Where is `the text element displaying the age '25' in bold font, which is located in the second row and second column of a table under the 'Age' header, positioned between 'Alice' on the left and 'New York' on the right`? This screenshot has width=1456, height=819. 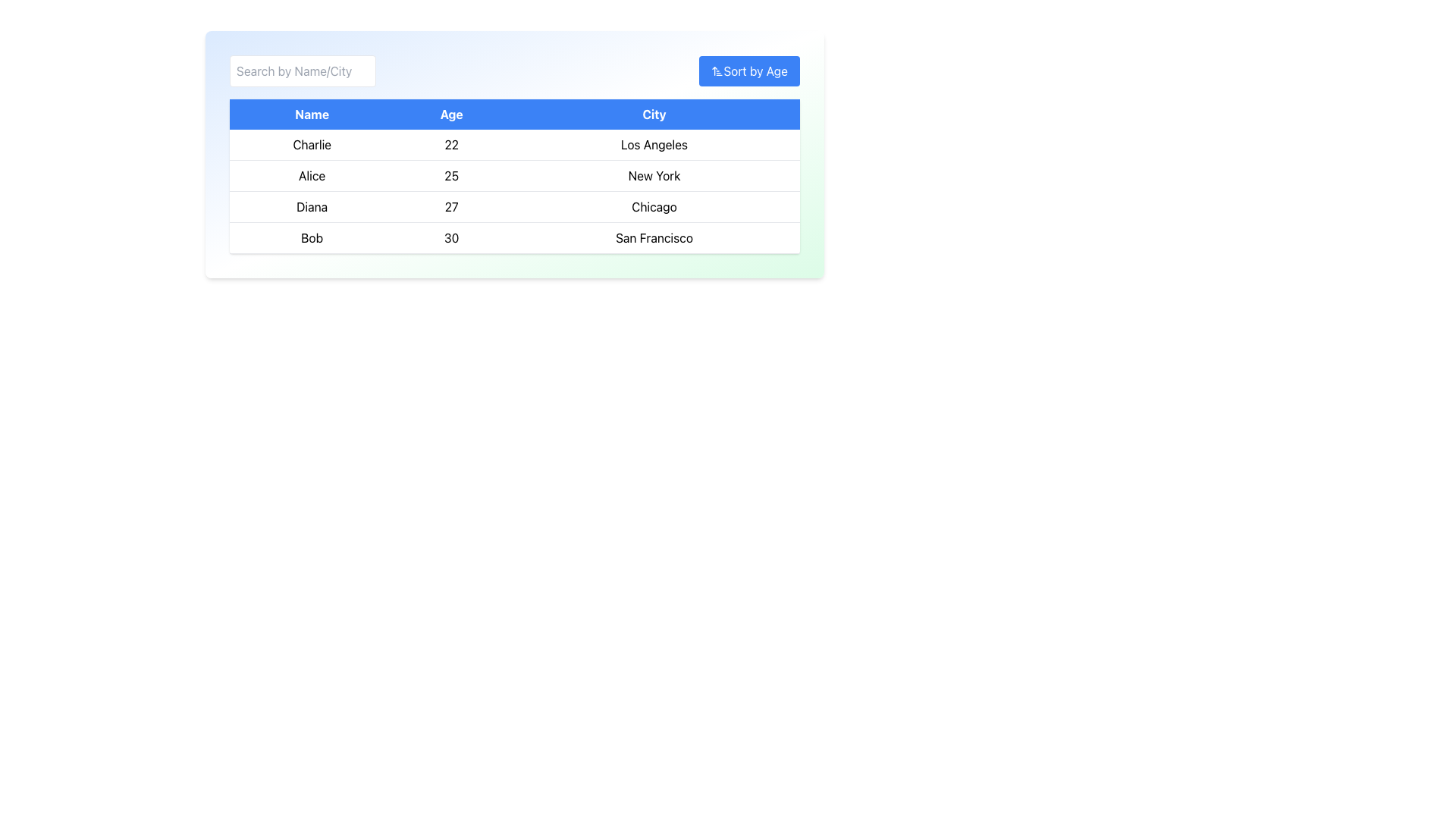
the text element displaying the age '25' in bold font, which is located in the second row and second column of a table under the 'Age' header, positioned between 'Alice' on the left and 'New York' on the right is located at coordinates (450, 174).